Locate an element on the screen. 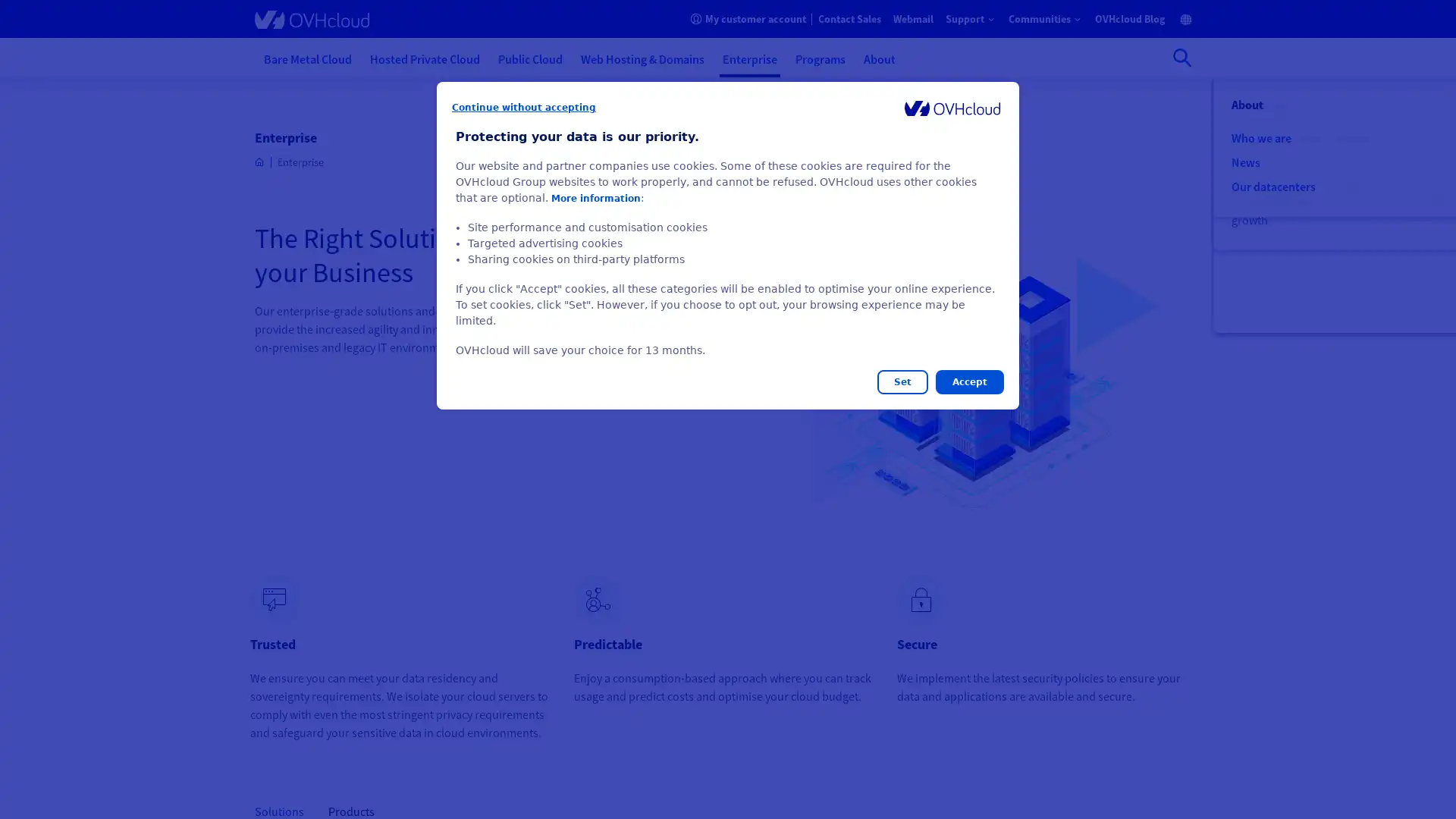  Continue without accepting is located at coordinates (524, 107).